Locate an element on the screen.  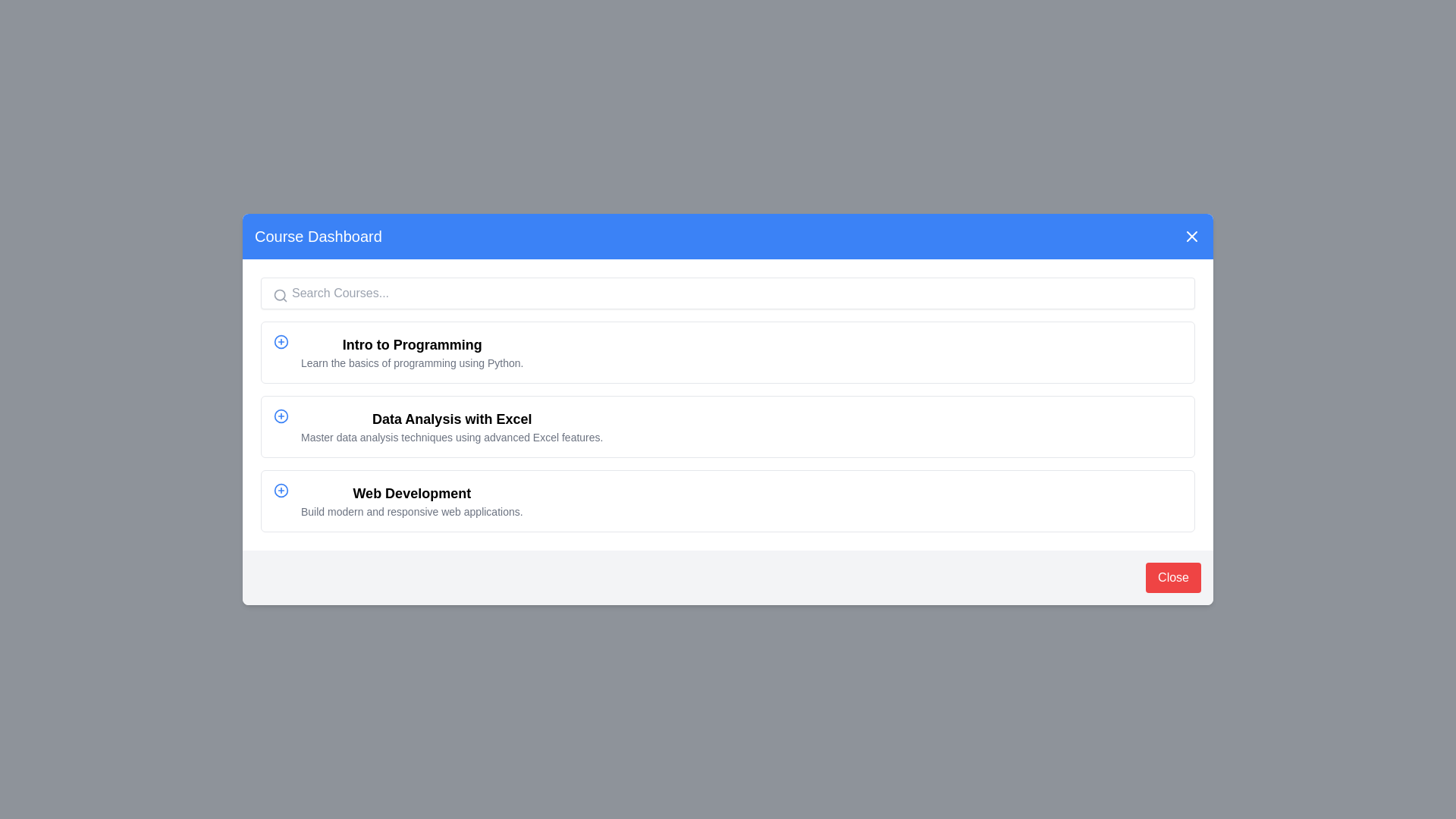
title and description of the text-based descriptive component located in the third row of the list, positioned centrally beneath 'Intro to Programming' and 'Data Analysis with Excel.' is located at coordinates (412, 500).